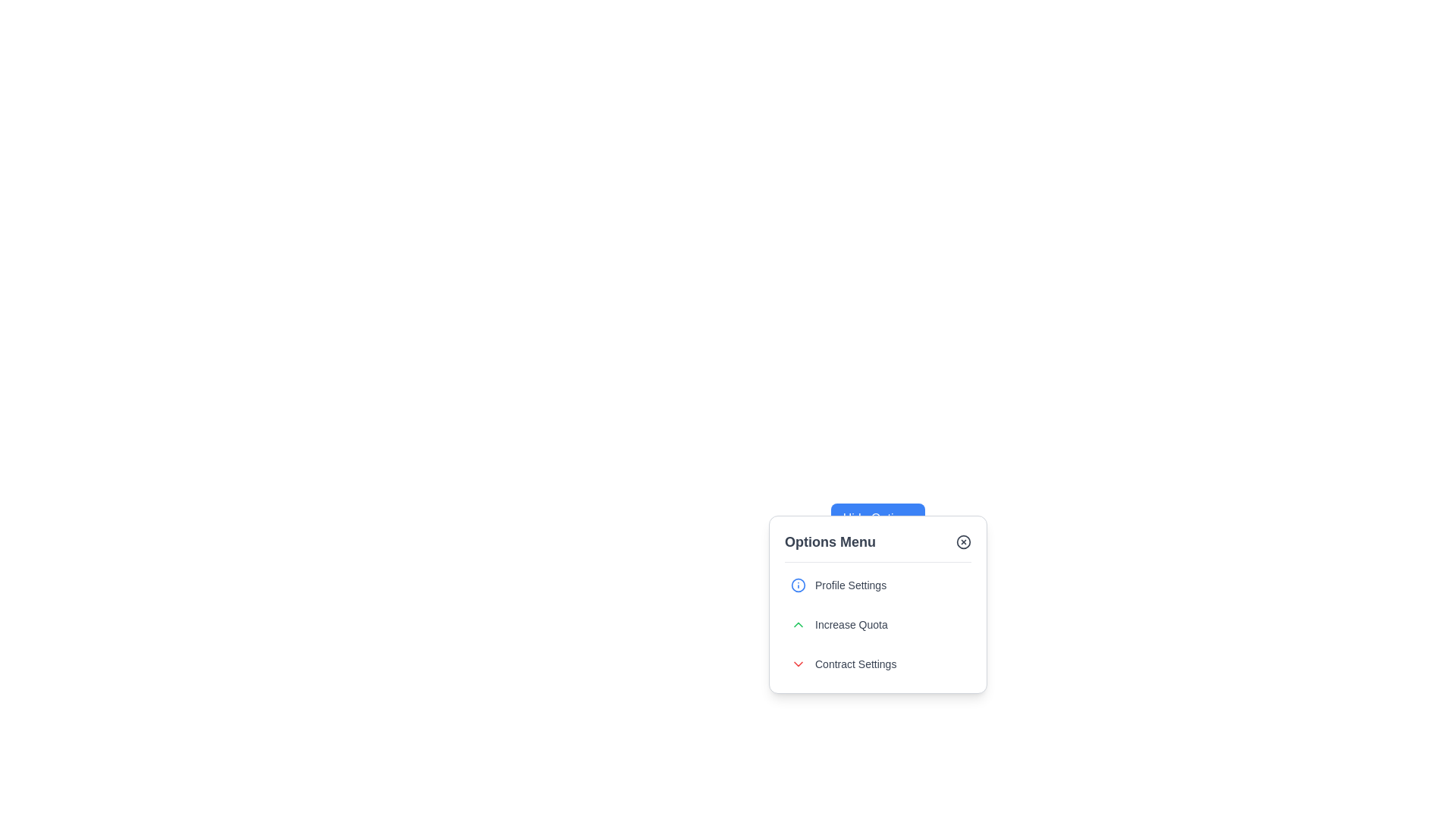 Image resolution: width=1456 pixels, height=819 pixels. I want to click on the 'Increase Quota' label text element, which is styled with medium-sized gray font and located in the dropdown menu between 'Profile Settings' and 'Contract Settings', so click(851, 625).